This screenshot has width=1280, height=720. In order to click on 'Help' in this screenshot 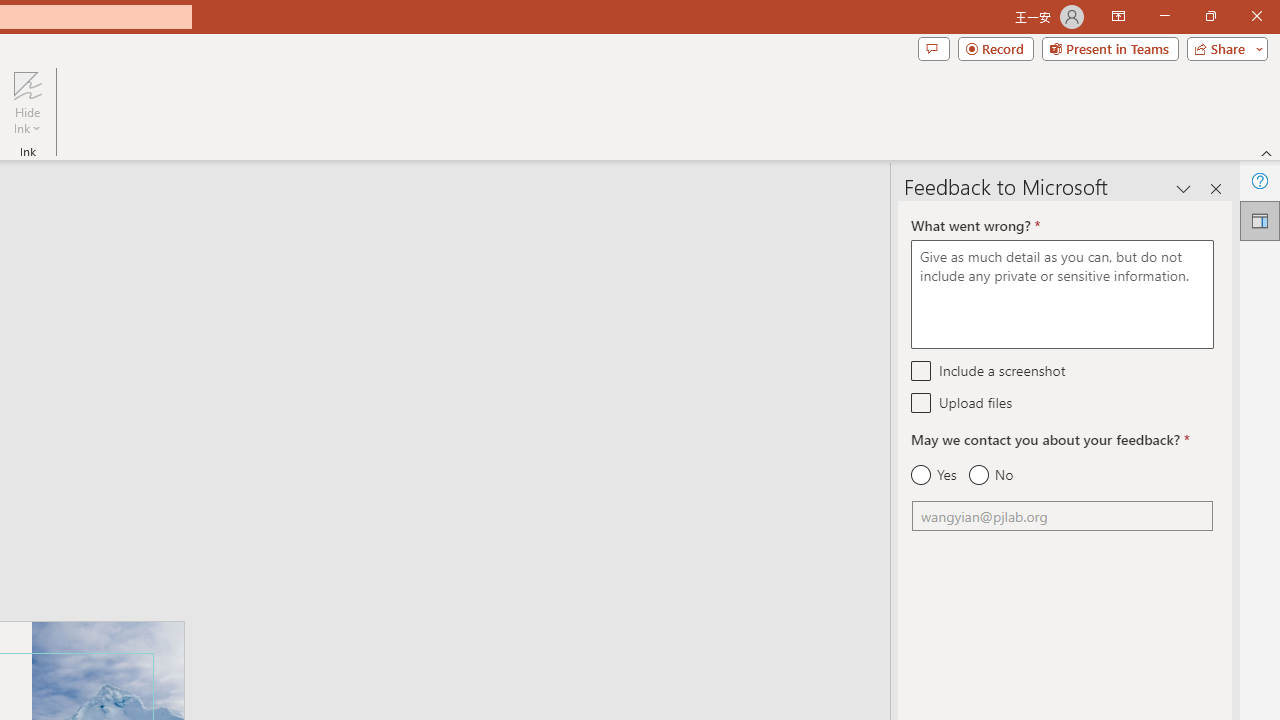, I will do `click(1259, 181)`.